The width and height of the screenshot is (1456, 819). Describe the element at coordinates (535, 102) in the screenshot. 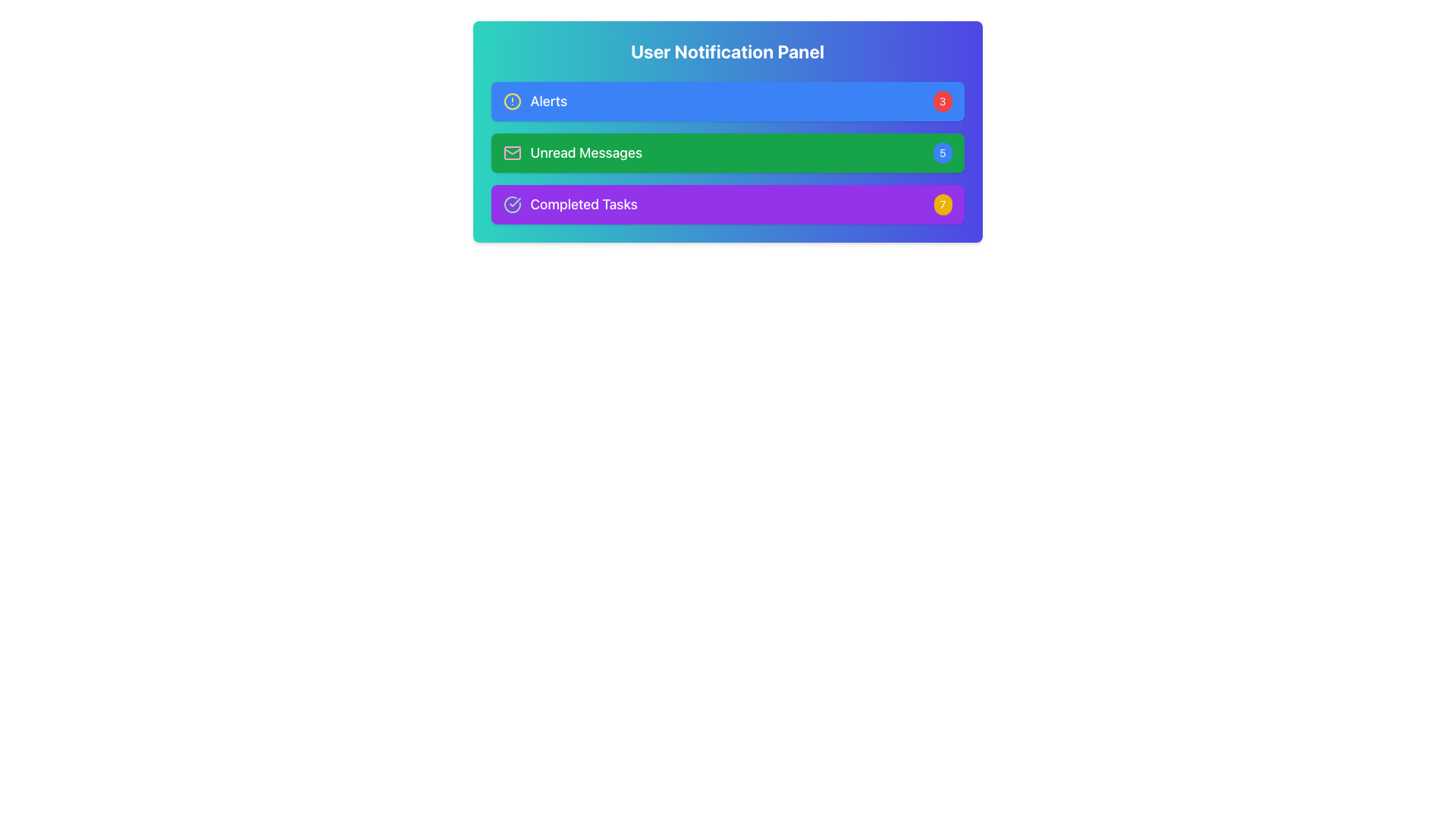

I see `text of the Label with icon located in the top section of the notification panel, to the left of the red badge indicating a count of '3'` at that location.